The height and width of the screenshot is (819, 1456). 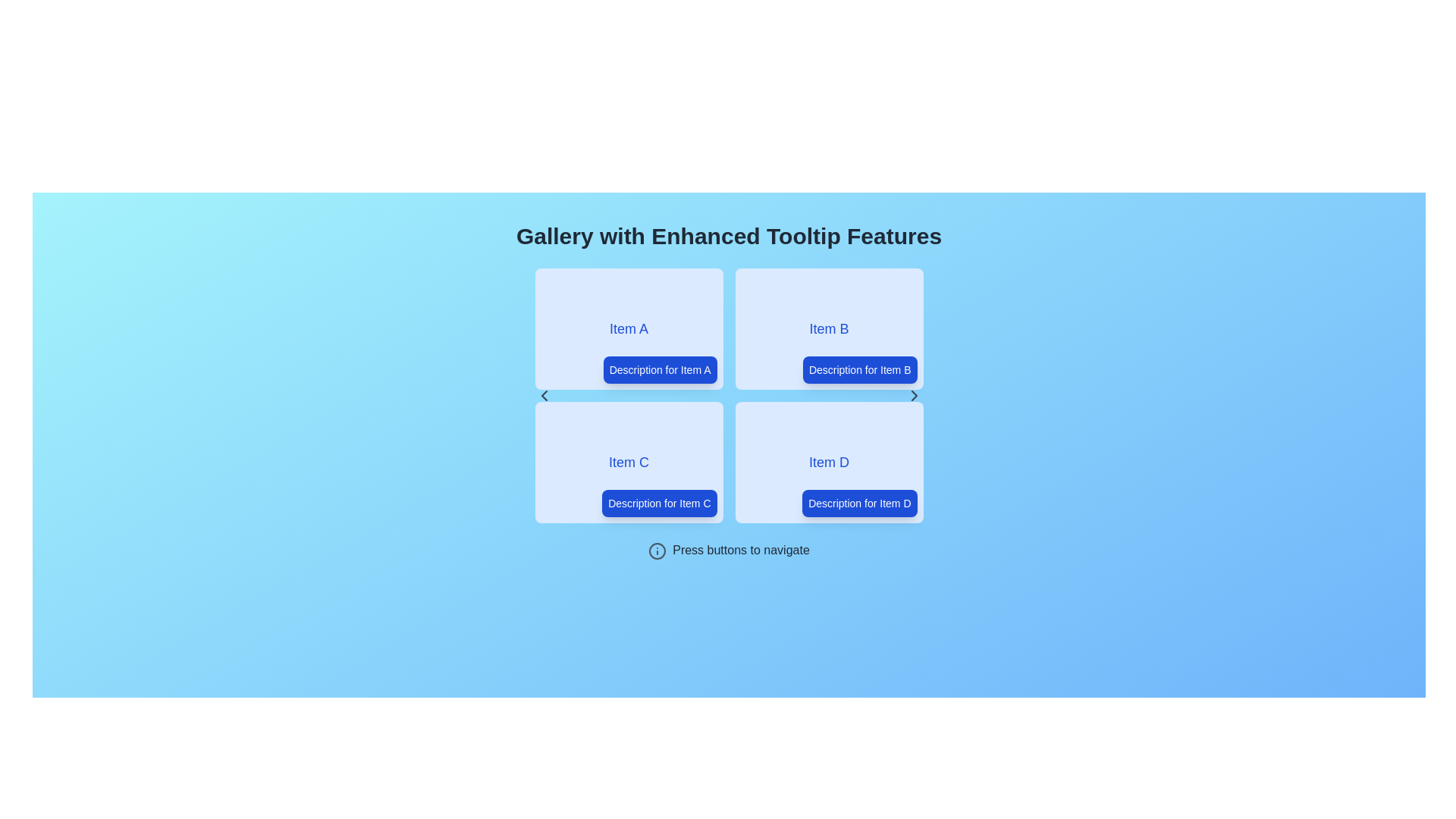 What do you see at coordinates (657, 551) in the screenshot?
I see `the small circular information icon with a gray outline located to the left of the text 'Press buttons to navigate'` at bounding box center [657, 551].